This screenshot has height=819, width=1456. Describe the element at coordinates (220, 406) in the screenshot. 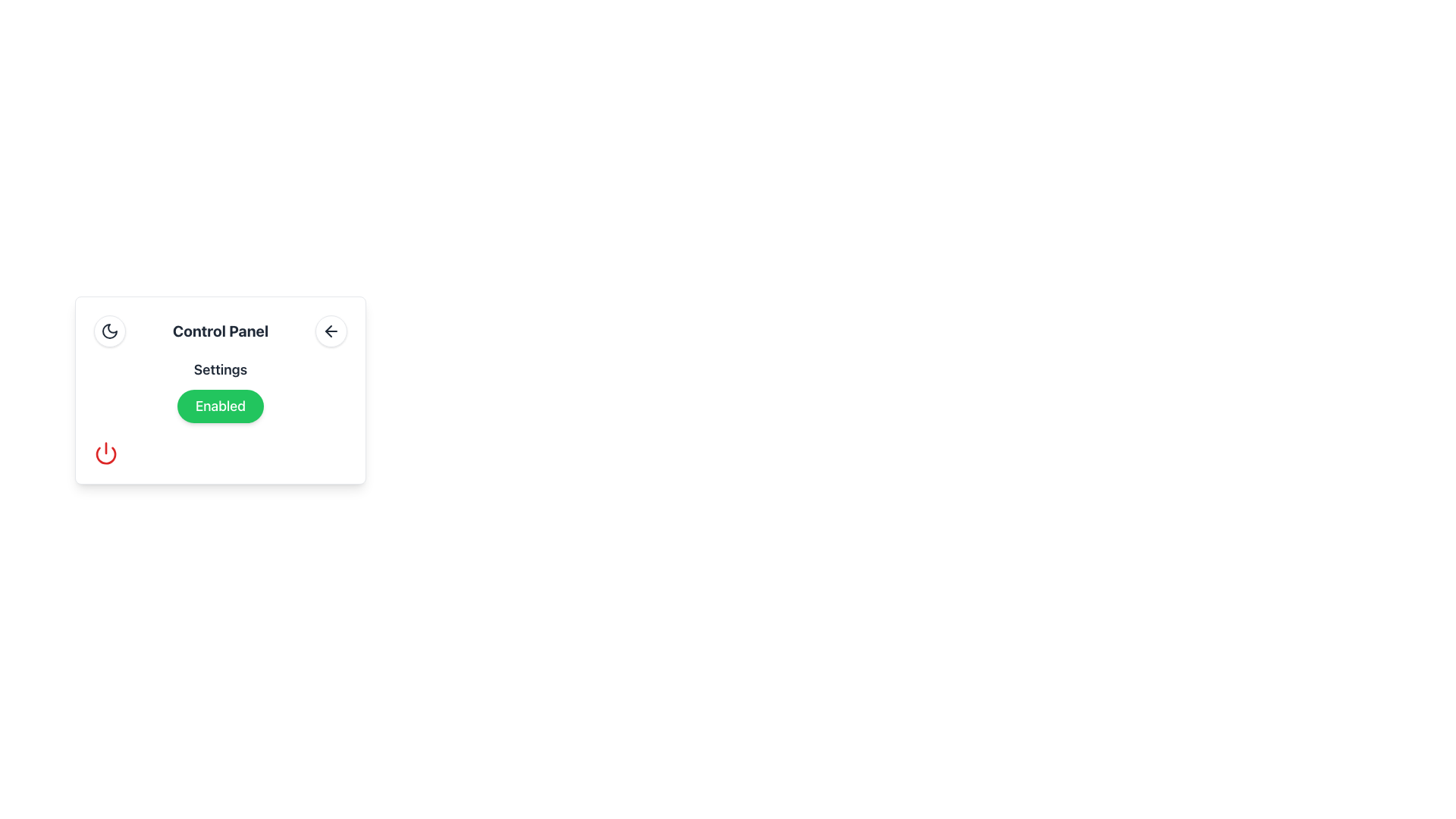

I see `the rounded rectangular button with a green background and white text reading 'Enabled'` at that location.